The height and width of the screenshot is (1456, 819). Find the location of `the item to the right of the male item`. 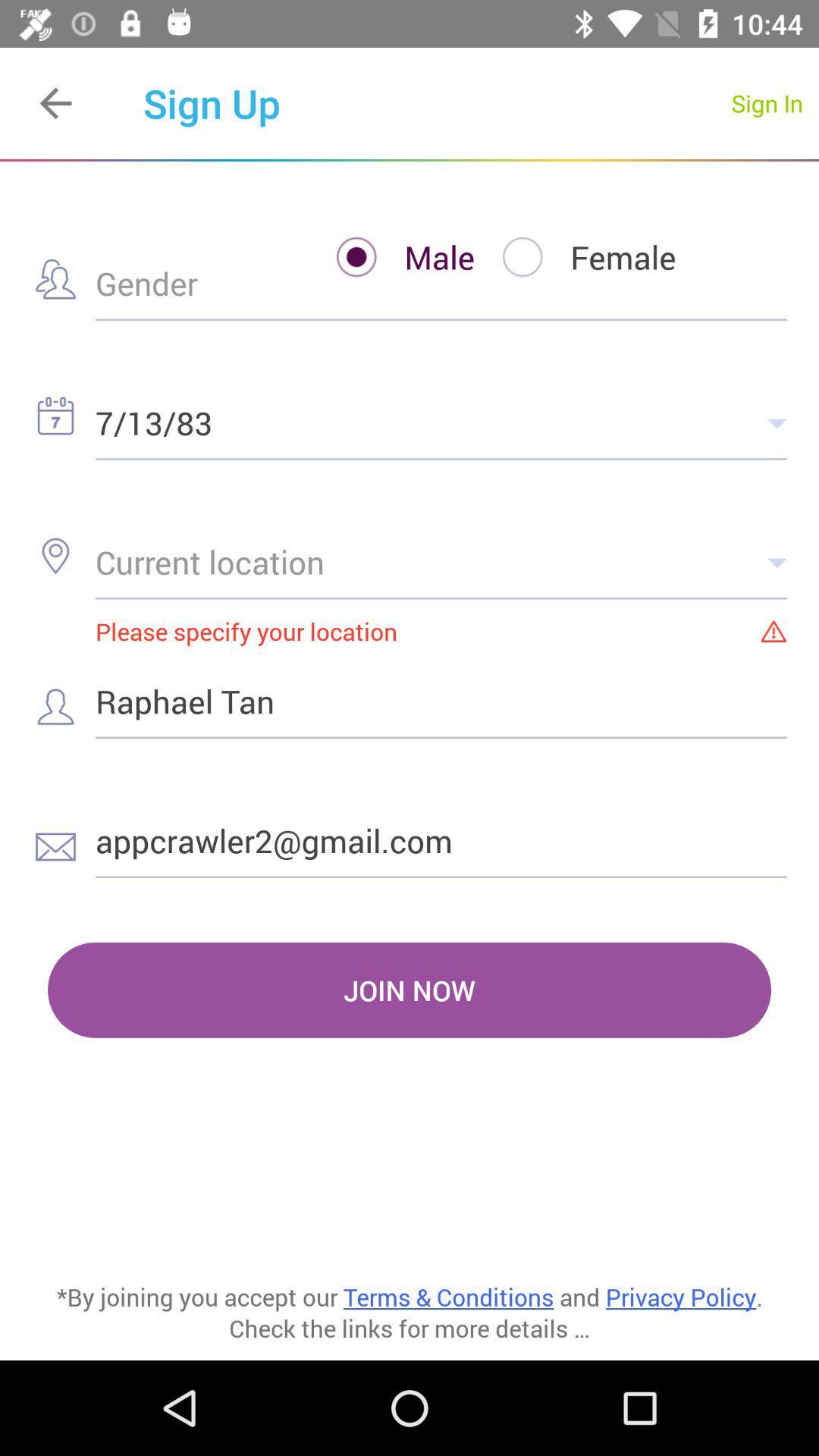

the item to the right of the male item is located at coordinates (576, 257).